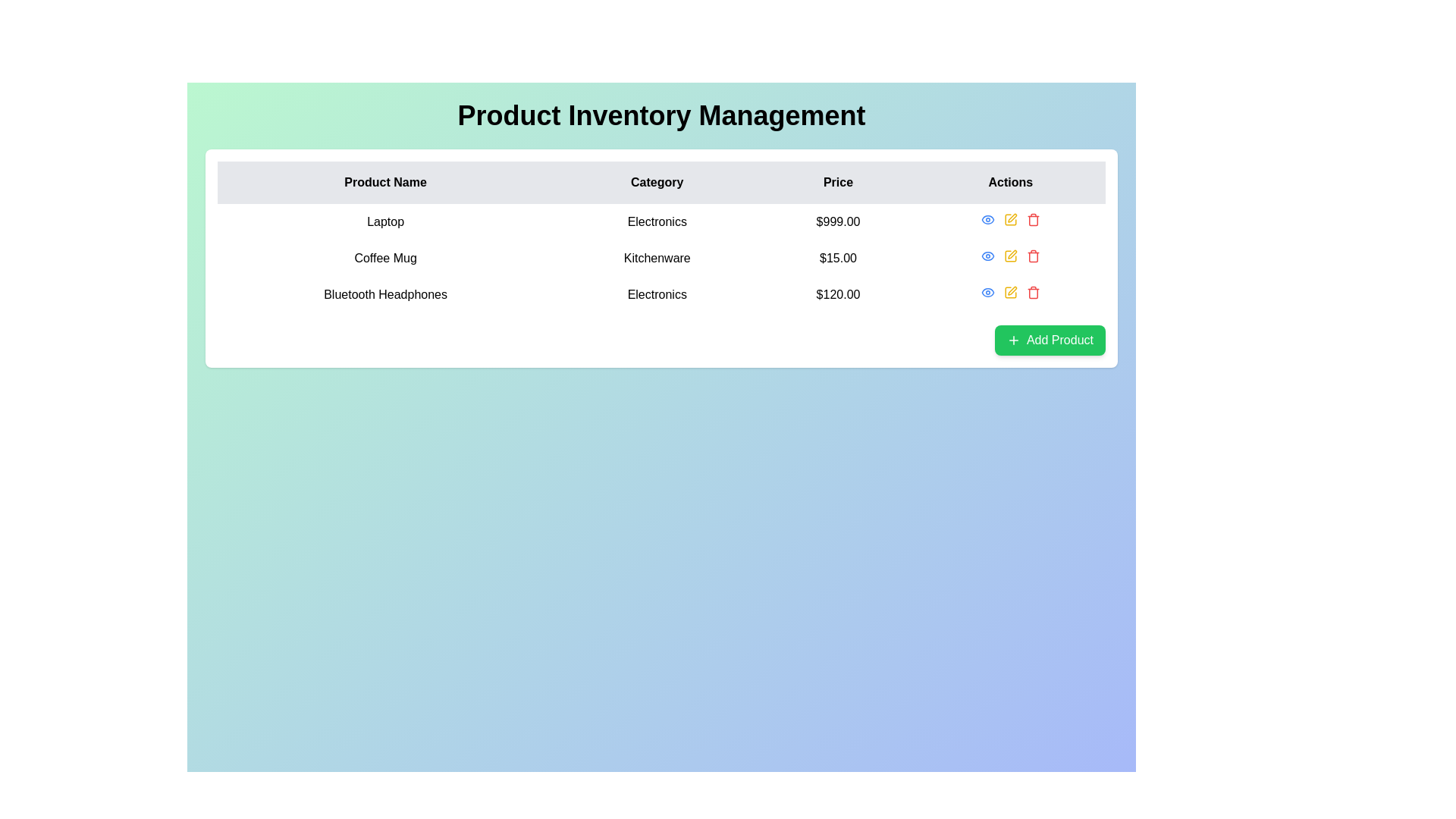 Image resolution: width=1456 pixels, height=819 pixels. I want to click on the edit button for the product 'Laptop' located in the 'Actions' column of the first row in the table, so click(1010, 219).